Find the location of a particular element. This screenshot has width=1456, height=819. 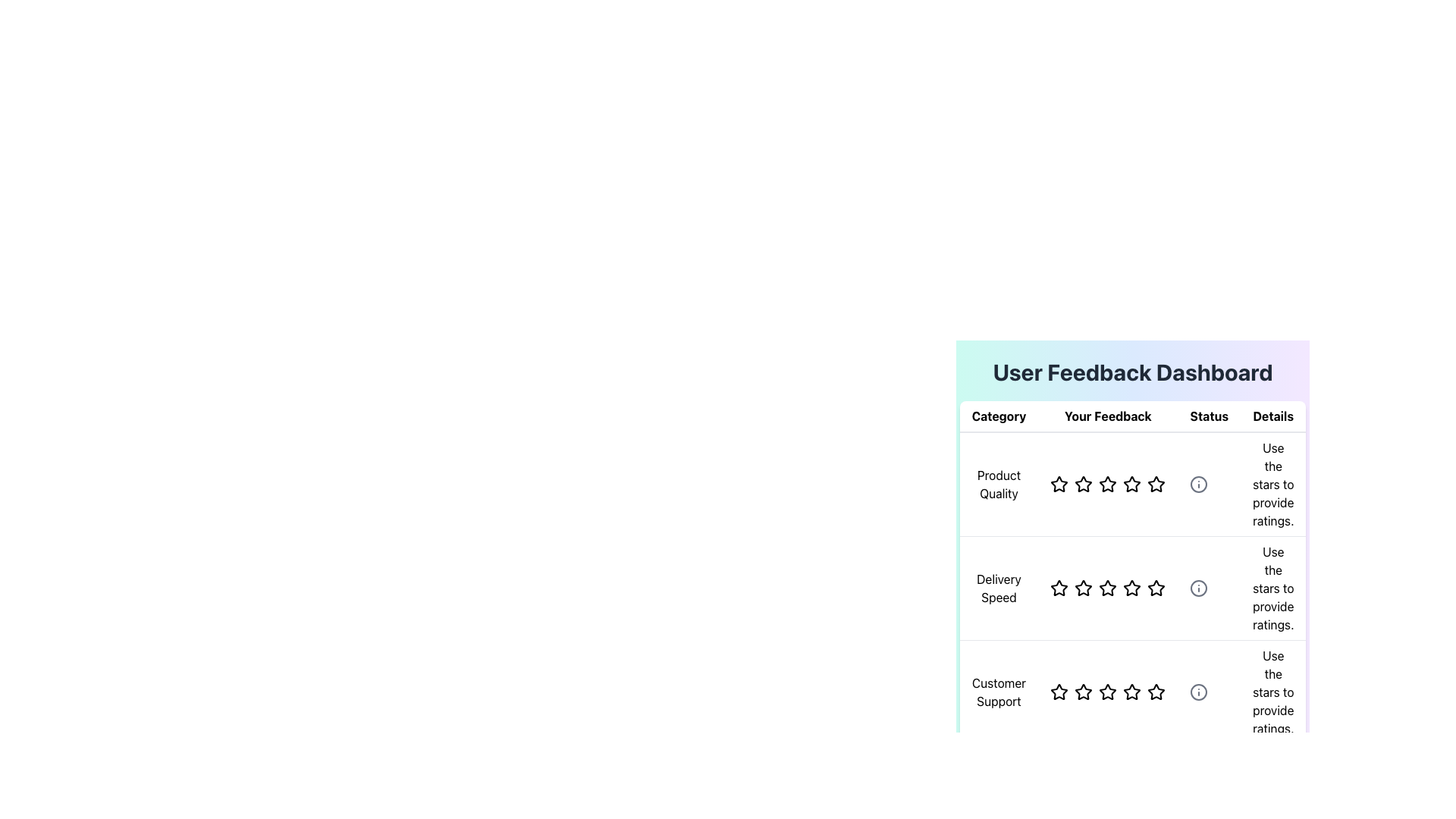

the circular information icon in the 'Details' column of the first row in the 'User Feedback Dashboard' is located at coordinates (1198, 485).